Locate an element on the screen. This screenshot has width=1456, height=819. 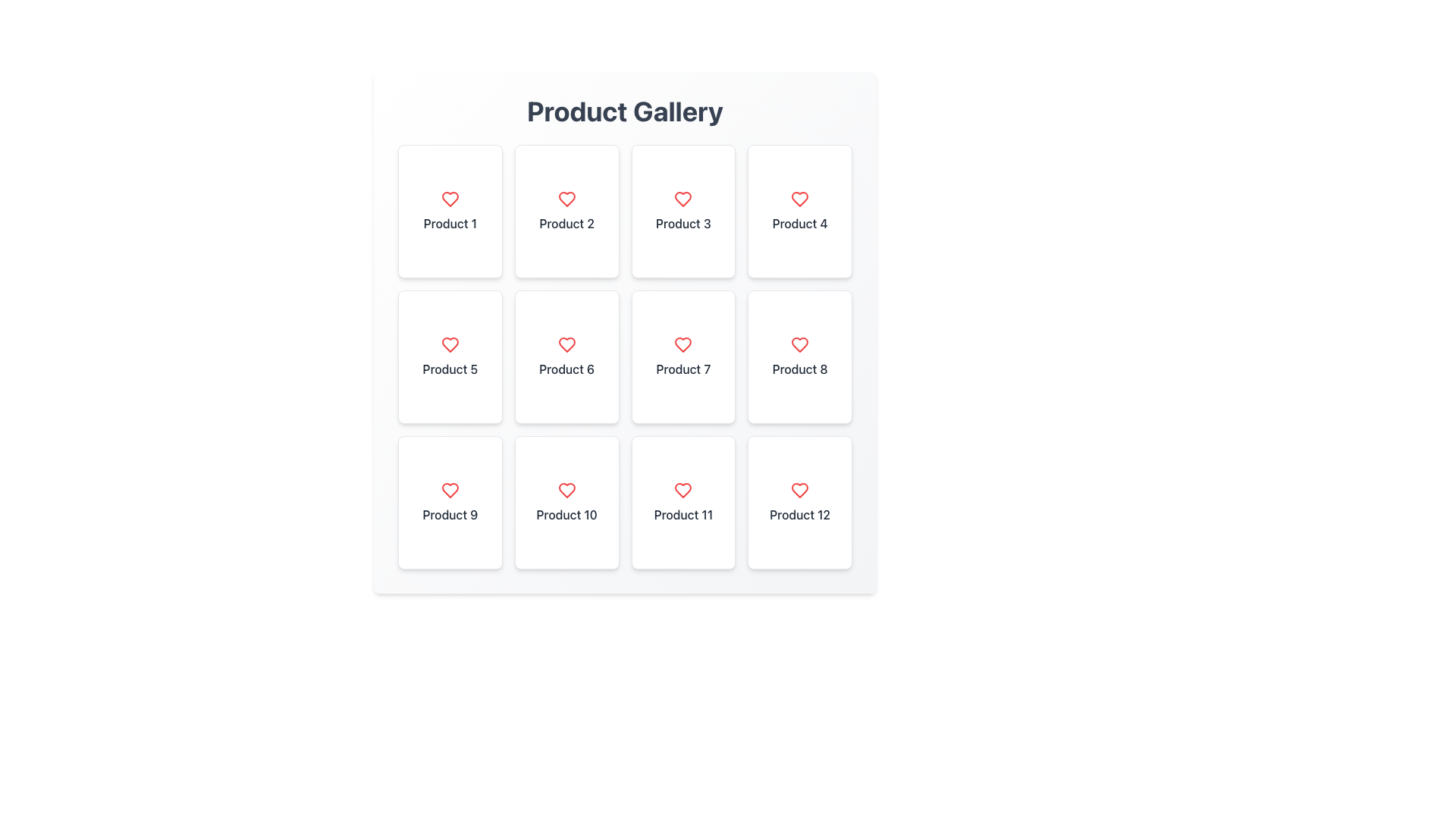
the Heart Icon in the 'Product 3' section of the 'Product Gallery' interface is located at coordinates (682, 198).